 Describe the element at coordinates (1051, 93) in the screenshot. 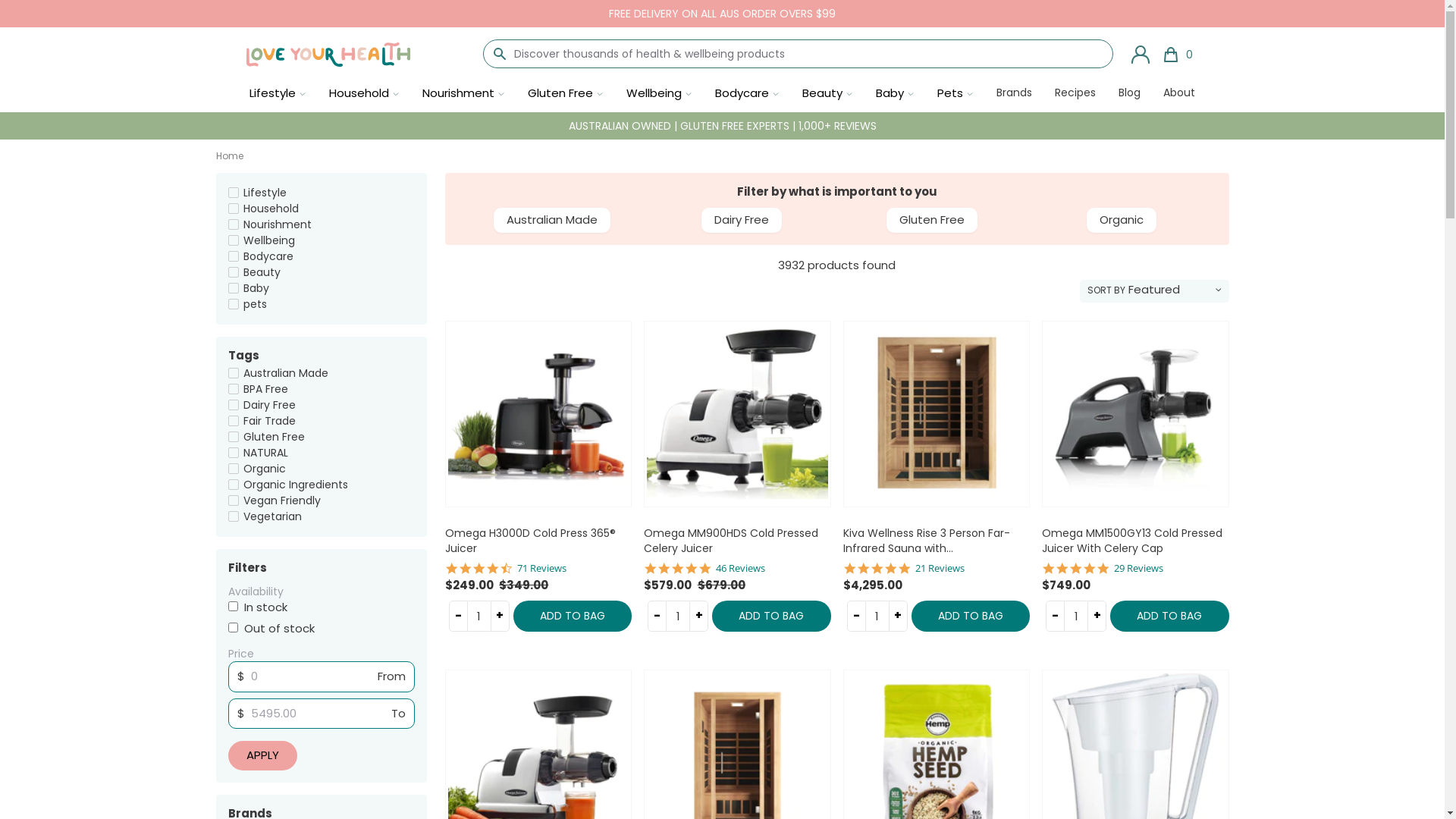

I see `'Recipes'` at that location.